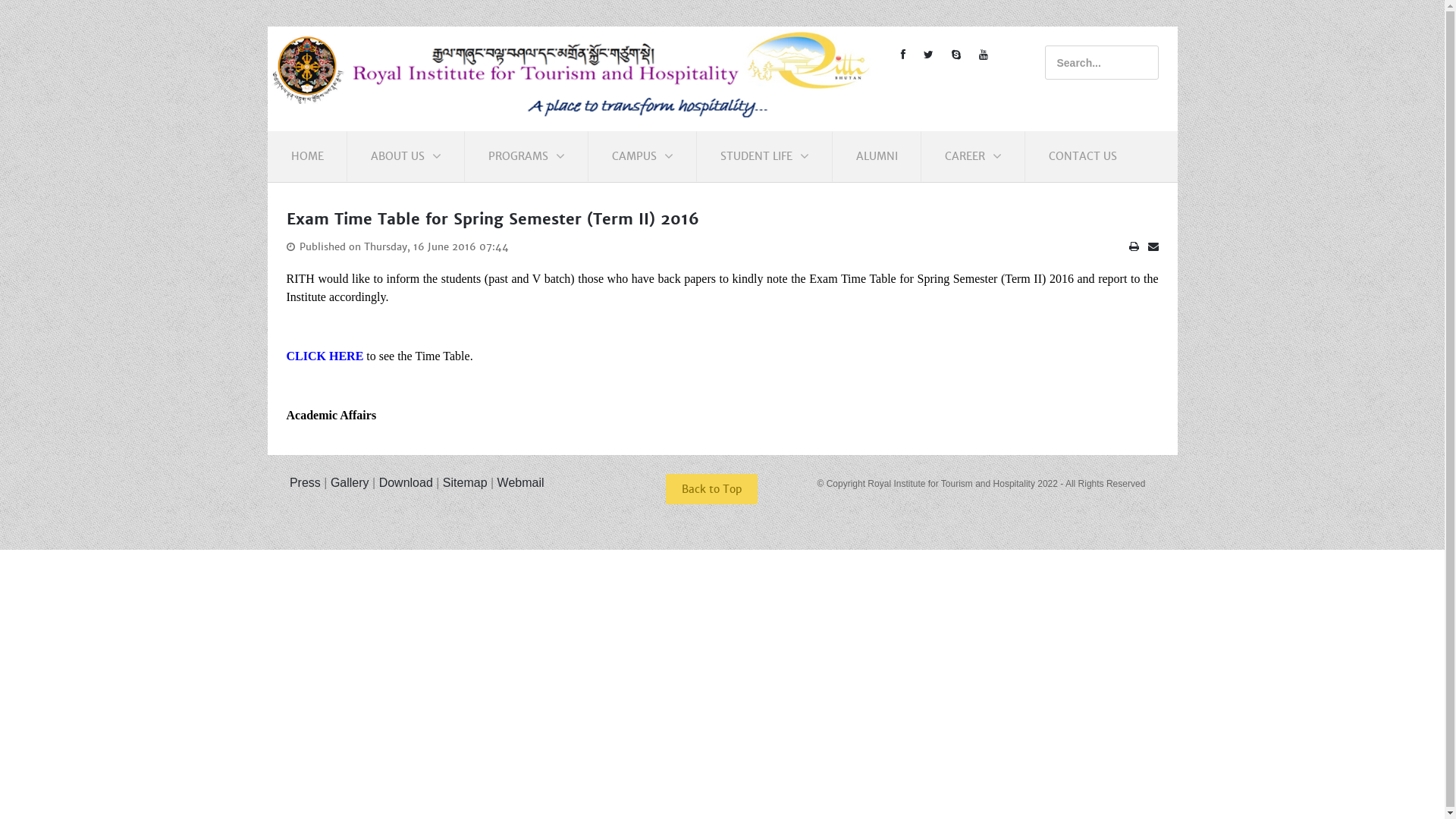 The image size is (1456, 819). What do you see at coordinates (287, 482) in the screenshot?
I see `' Press'` at bounding box center [287, 482].